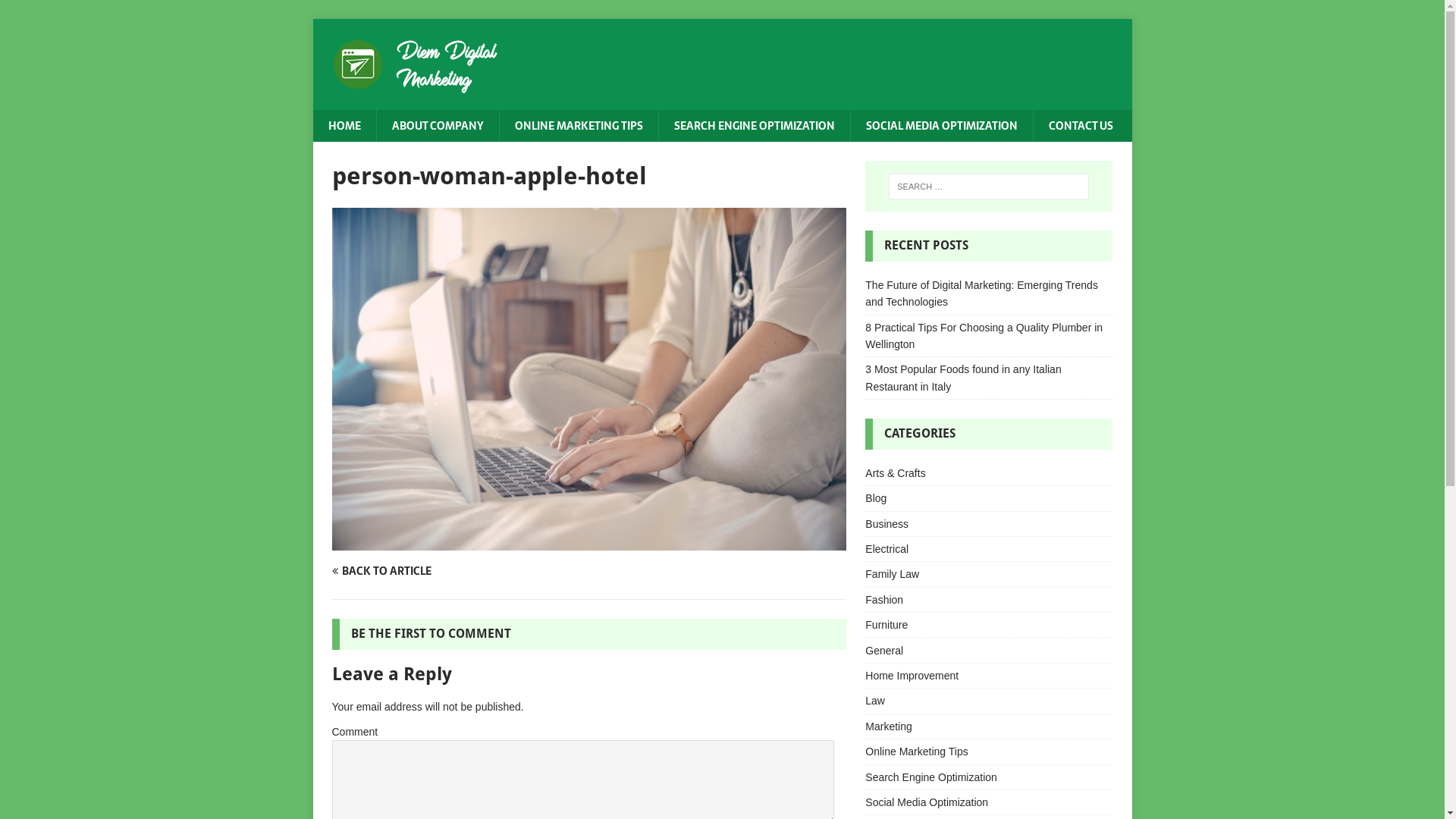 This screenshot has width=1456, height=819. Describe the element at coordinates (989, 701) in the screenshot. I see `'Law'` at that location.